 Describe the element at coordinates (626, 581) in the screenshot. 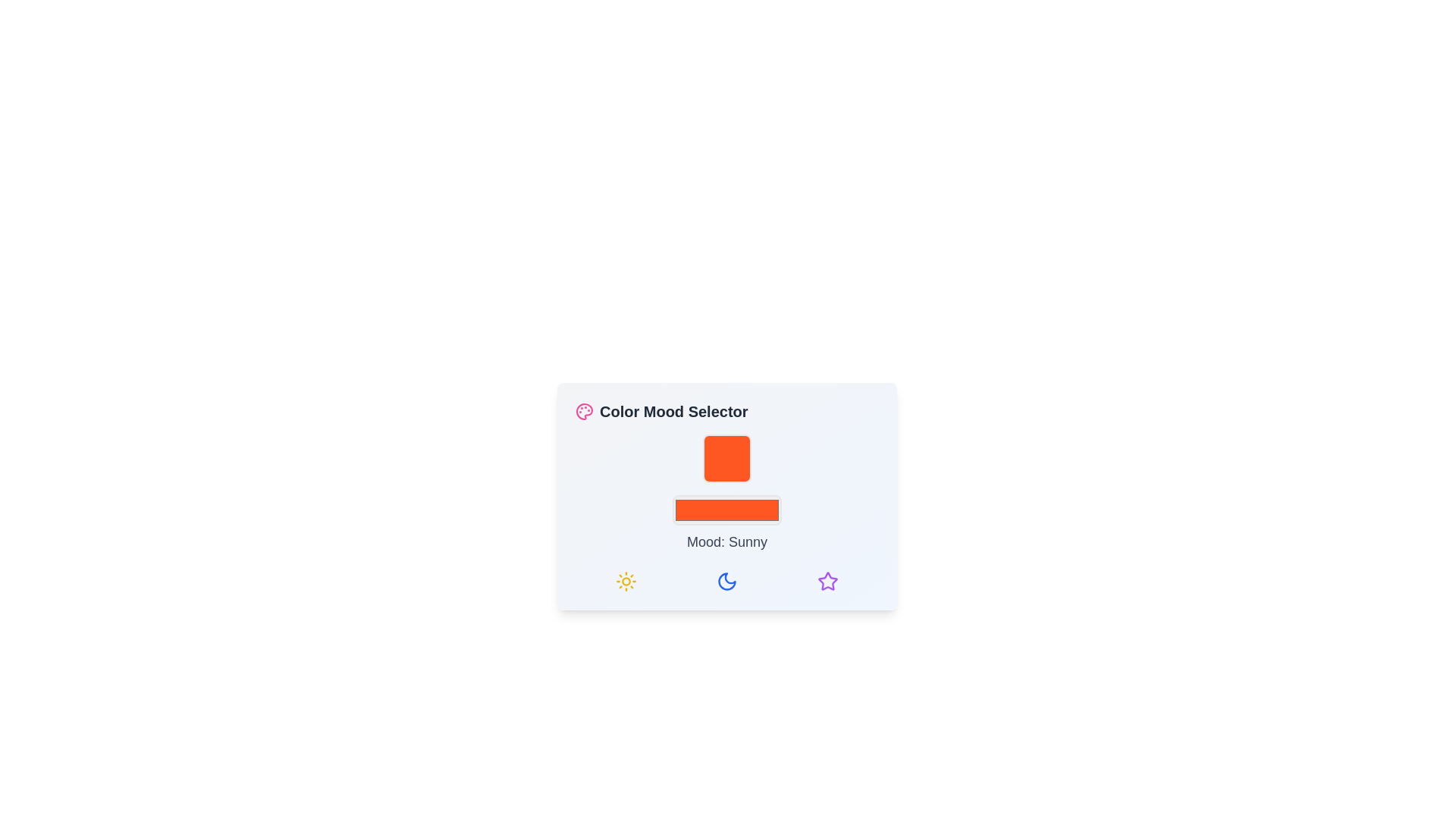

I see `the dark circular center of the sun icon located at the bottom-left corner of the interface` at that location.